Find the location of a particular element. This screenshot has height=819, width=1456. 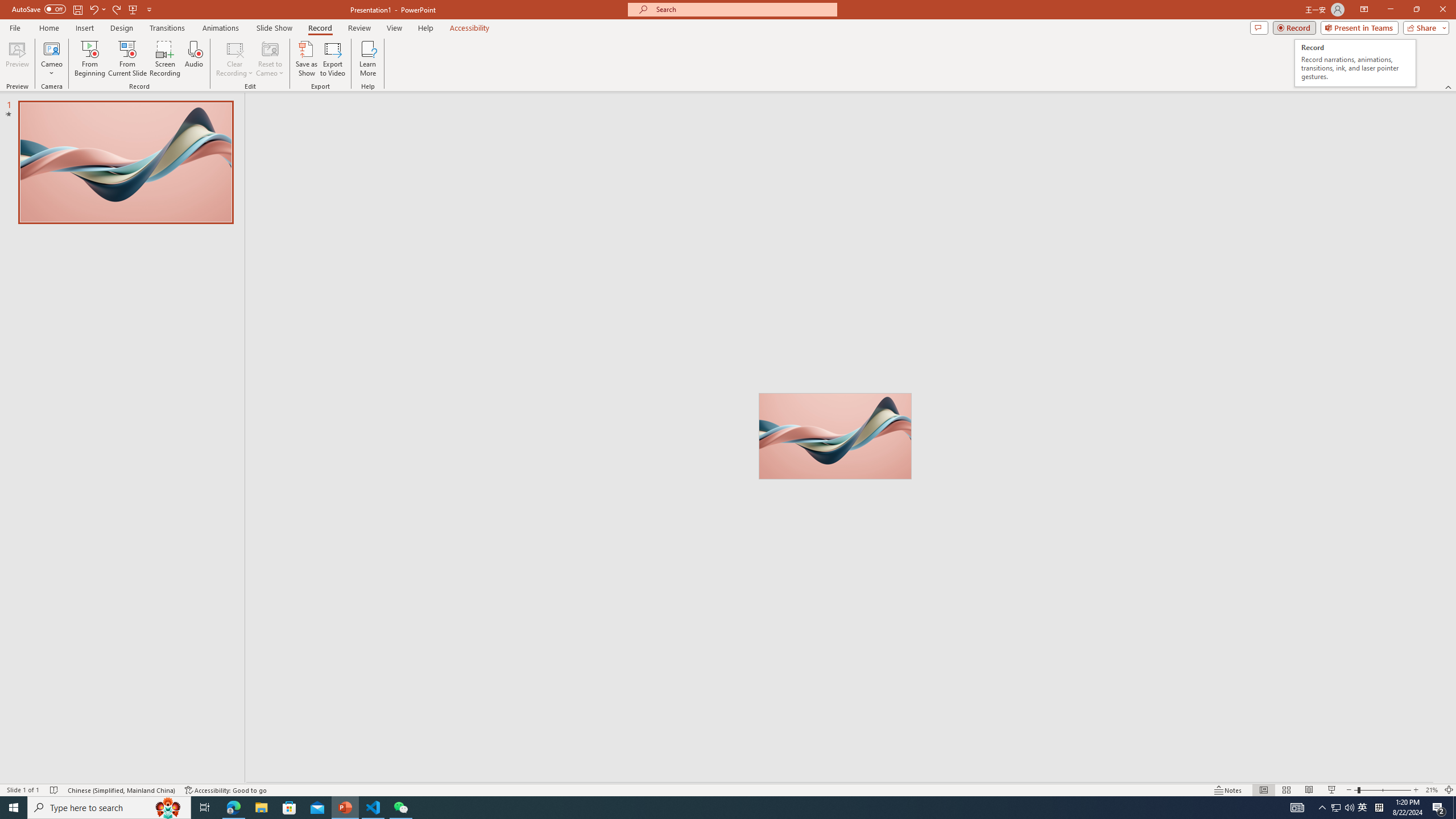

'Clear Recording' is located at coordinates (234, 59).